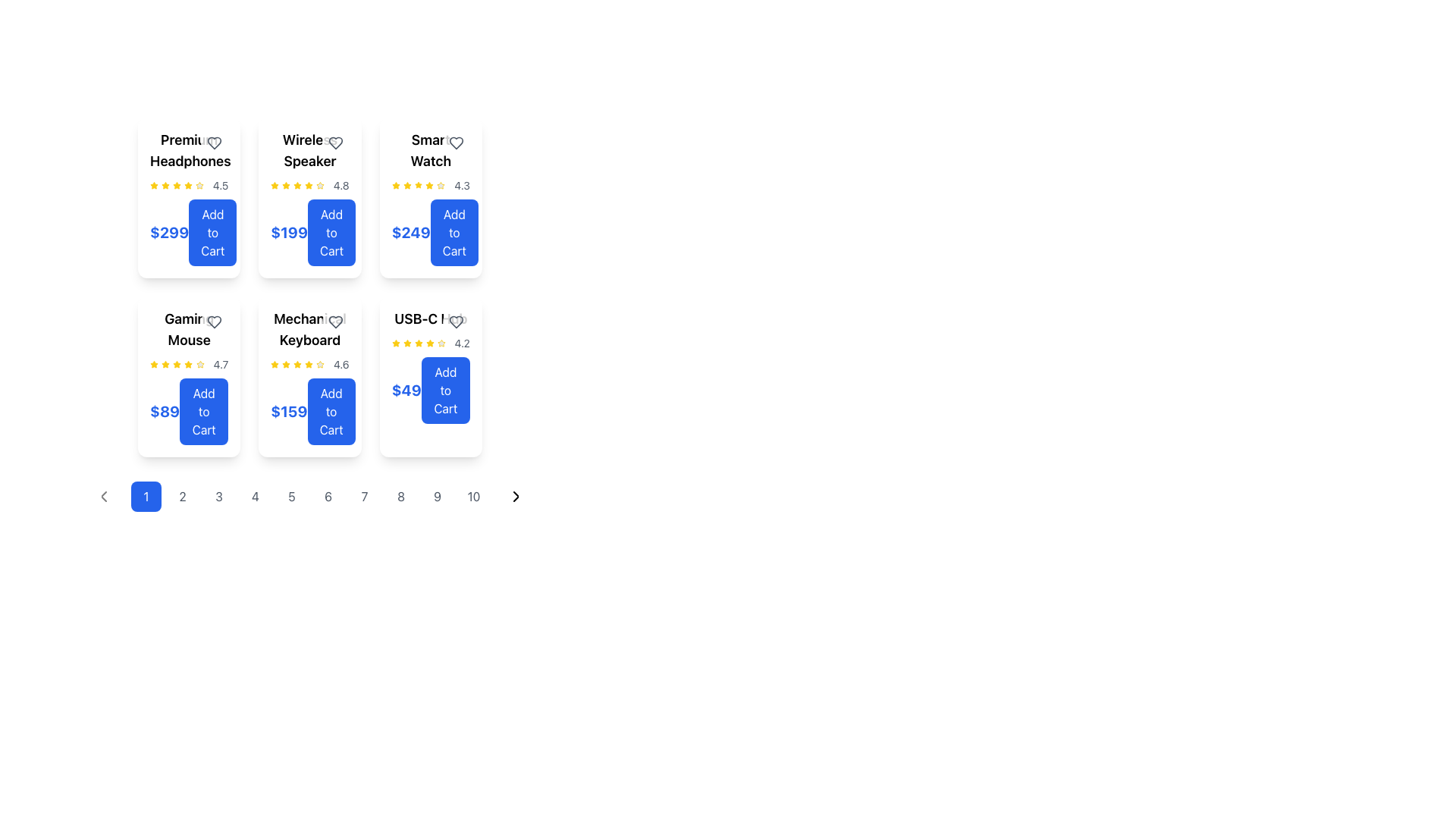 The height and width of the screenshot is (819, 1456). Describe the element at coordinates (165, 365) in the screenshot. I see `the third star icon in the rating system of the 'Gamir Mouse' product card to indicate the rating level` at that location.